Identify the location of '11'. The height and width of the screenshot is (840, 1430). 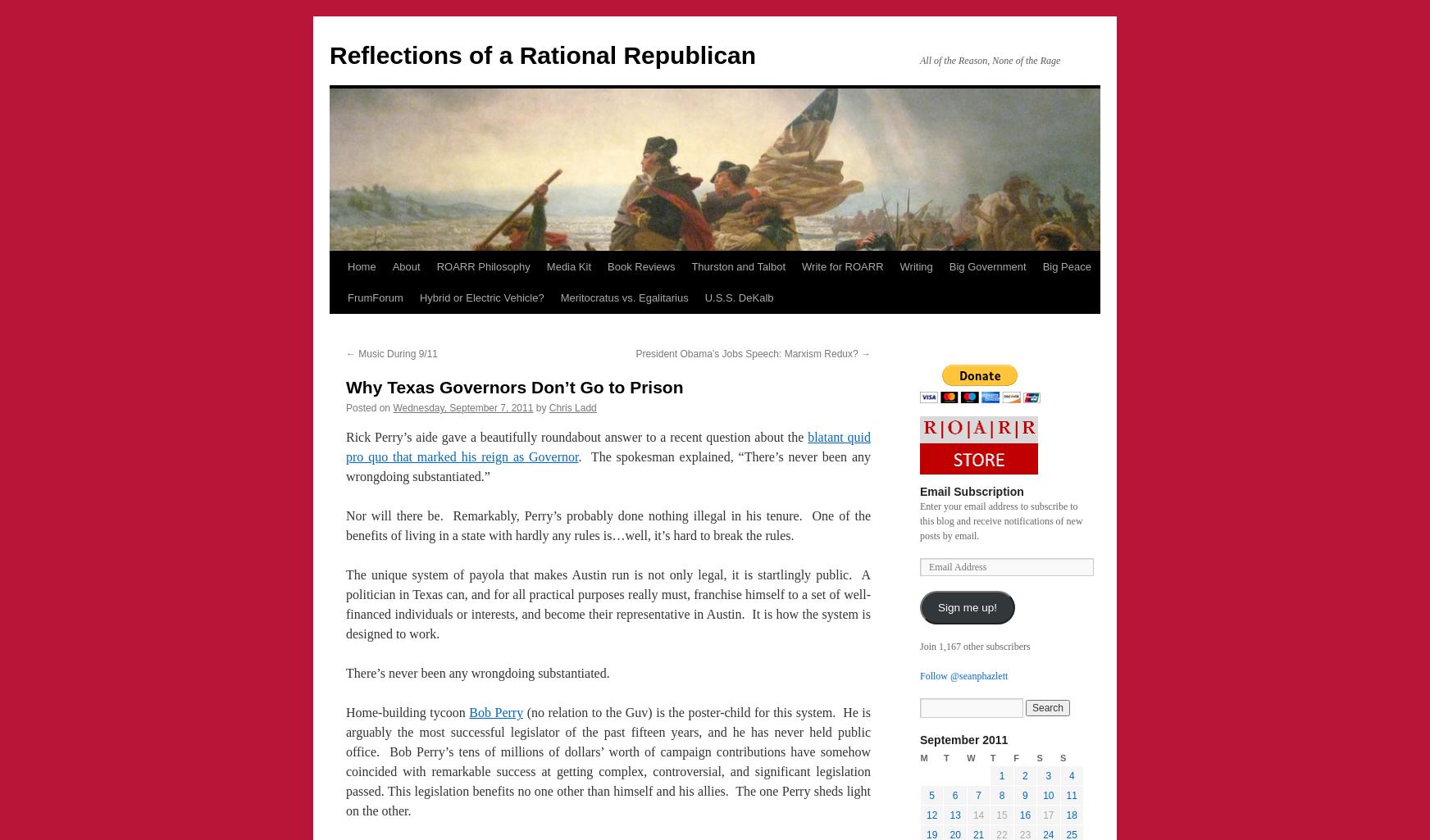
(1071, 795).